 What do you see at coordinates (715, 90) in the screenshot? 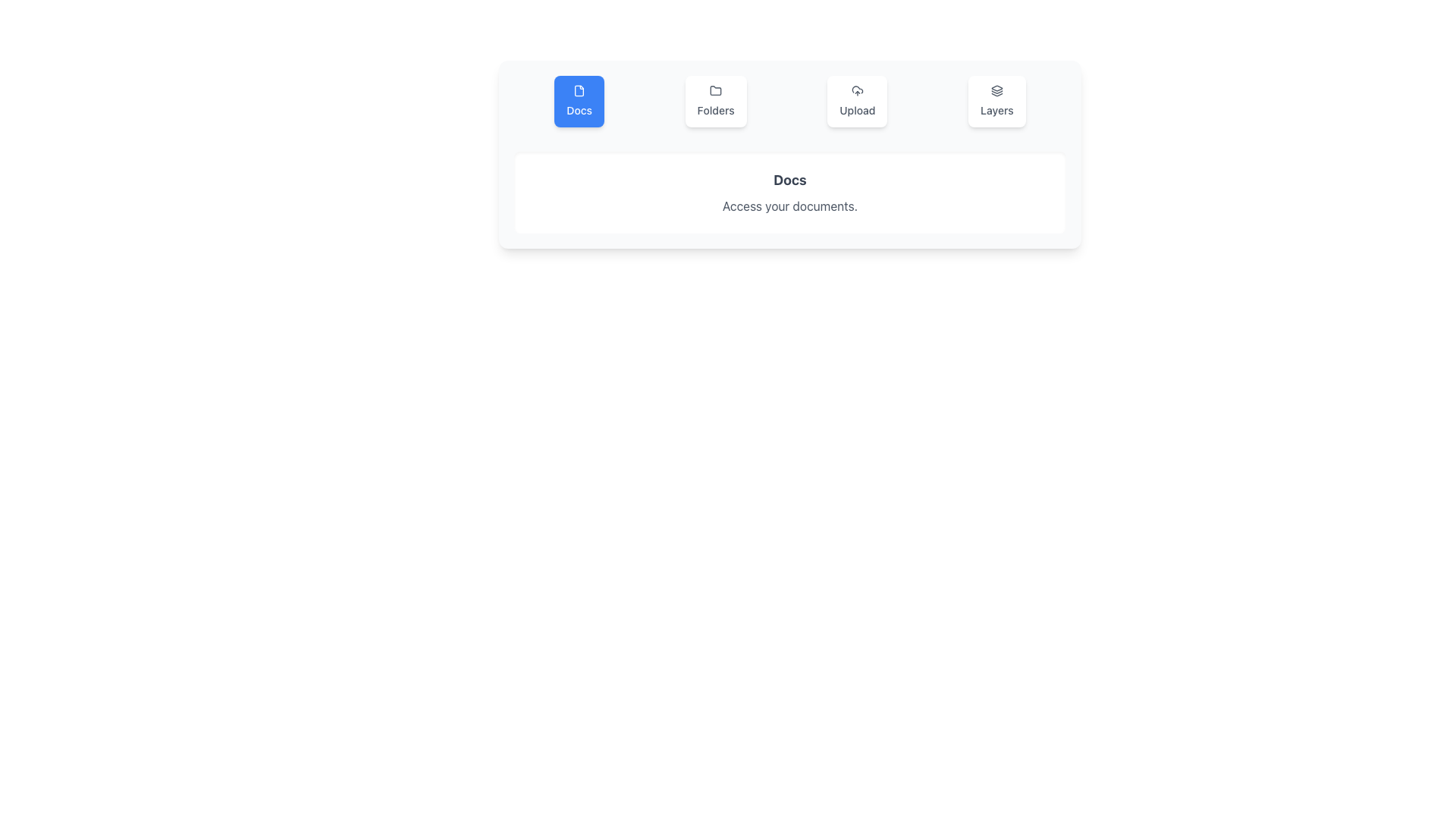
I see `the folder icon located in the toolbar section, specifically the second item in the horizontal list of 'Folders'` at bounding box center [715, 90].